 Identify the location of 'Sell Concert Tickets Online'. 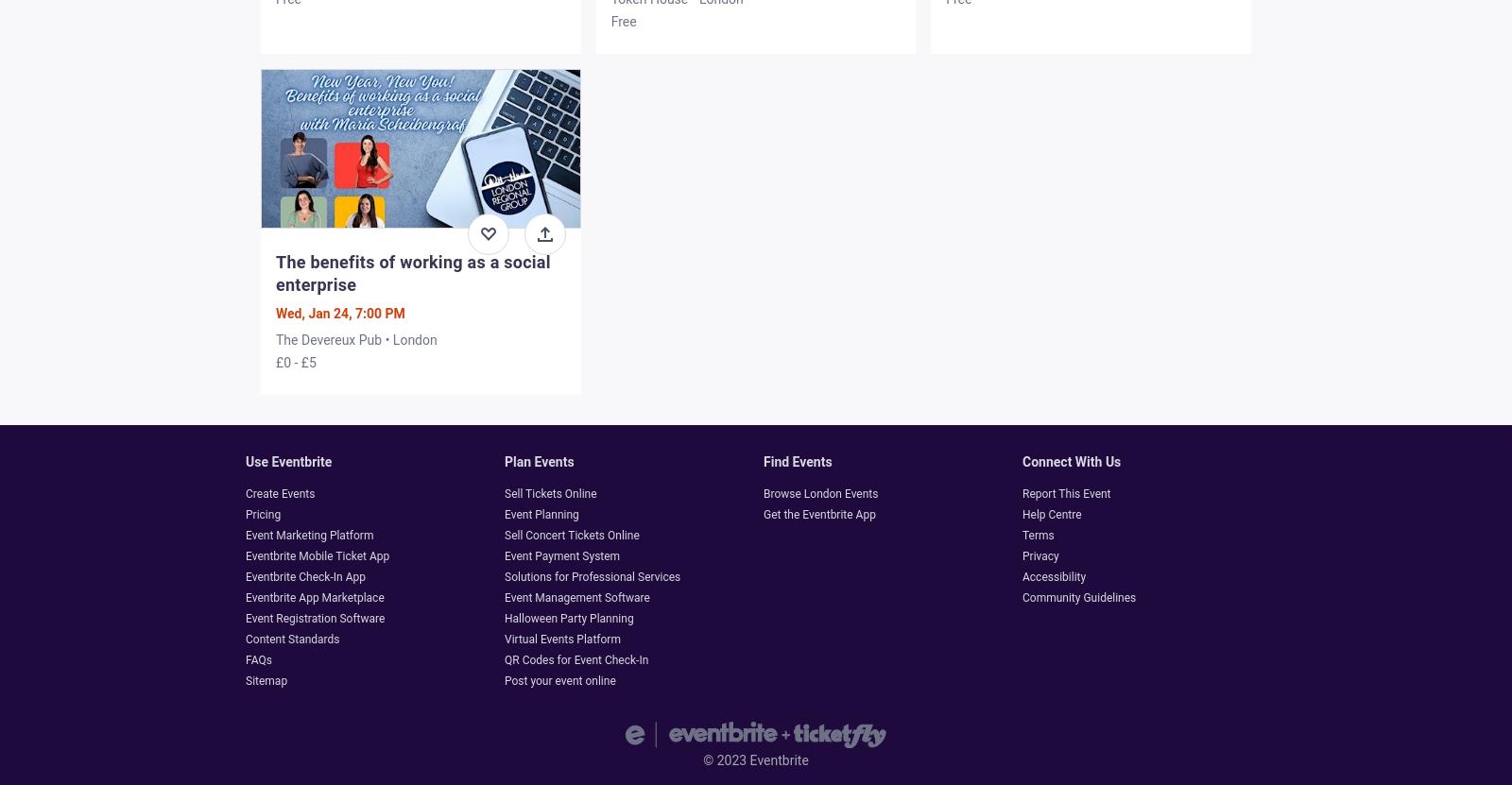
(503, 535).